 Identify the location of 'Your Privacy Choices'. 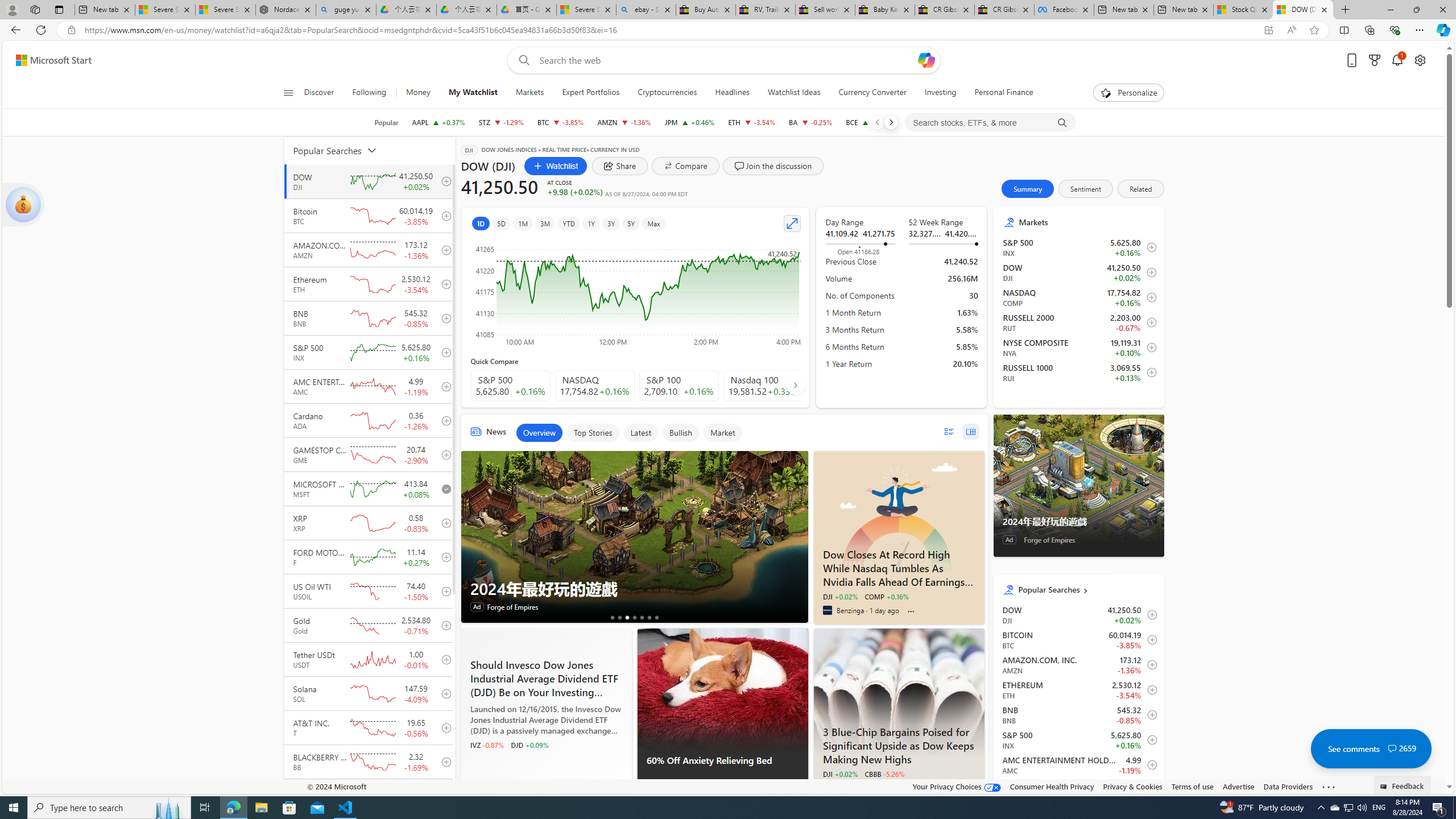
(957, 786).